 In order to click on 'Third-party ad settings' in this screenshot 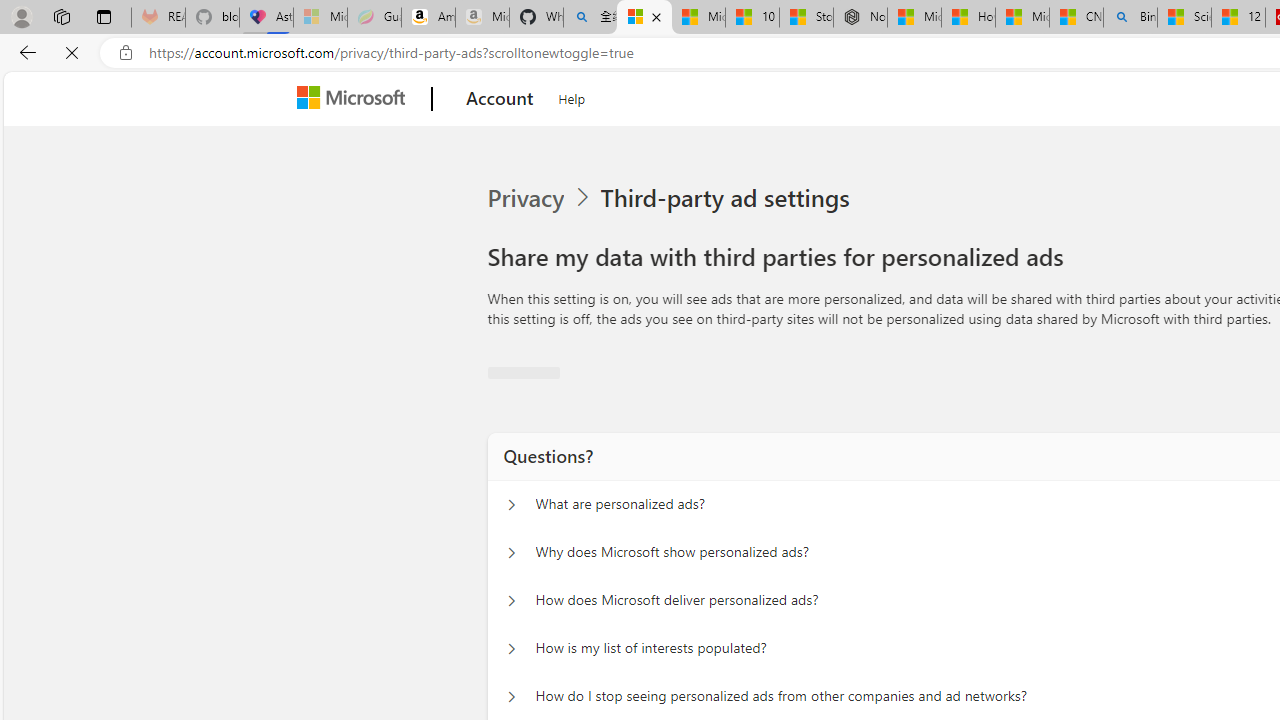, I will do `click(728, 198)`.